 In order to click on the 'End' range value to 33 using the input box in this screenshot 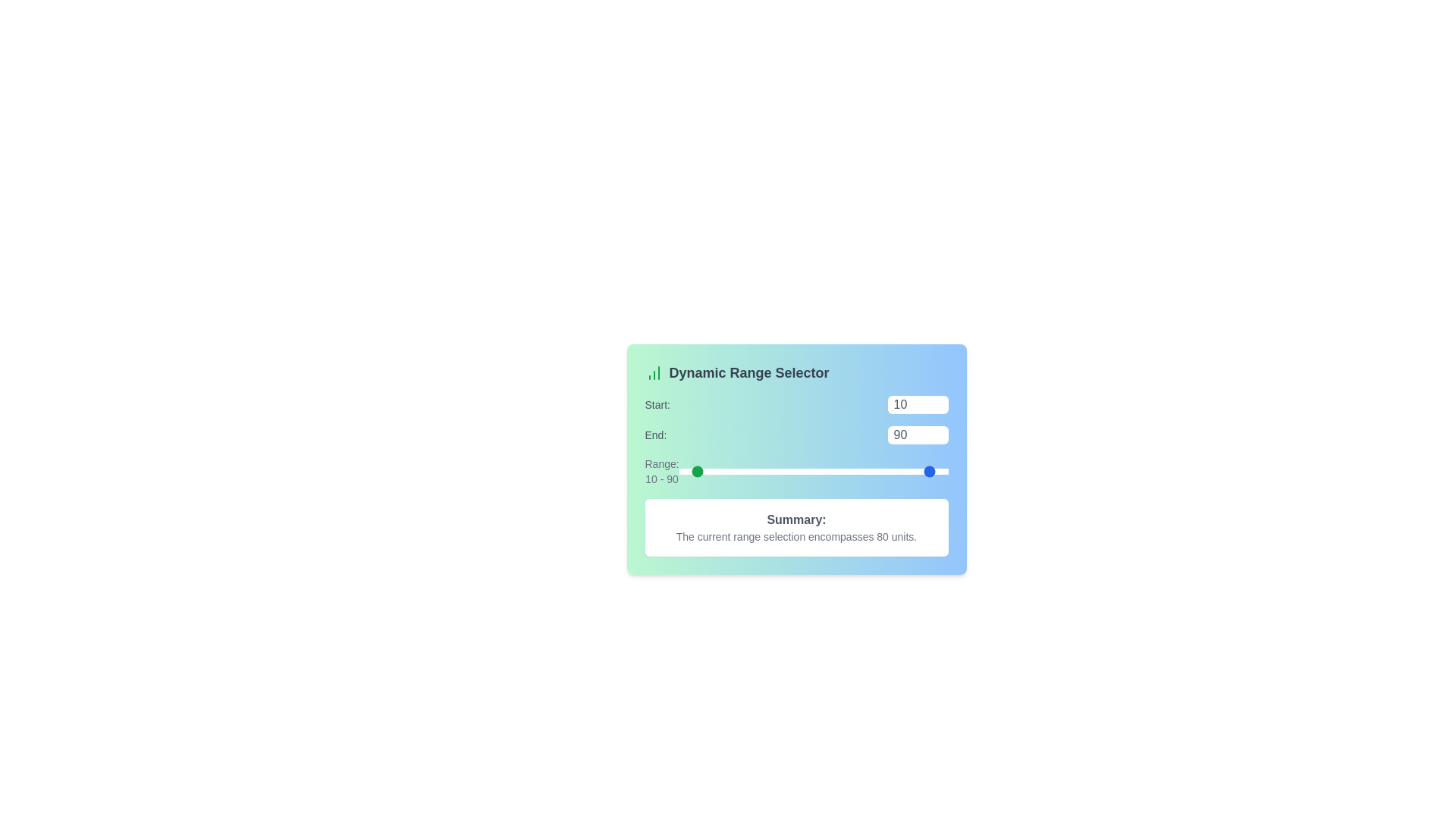, I will do `click(917, 435)`.